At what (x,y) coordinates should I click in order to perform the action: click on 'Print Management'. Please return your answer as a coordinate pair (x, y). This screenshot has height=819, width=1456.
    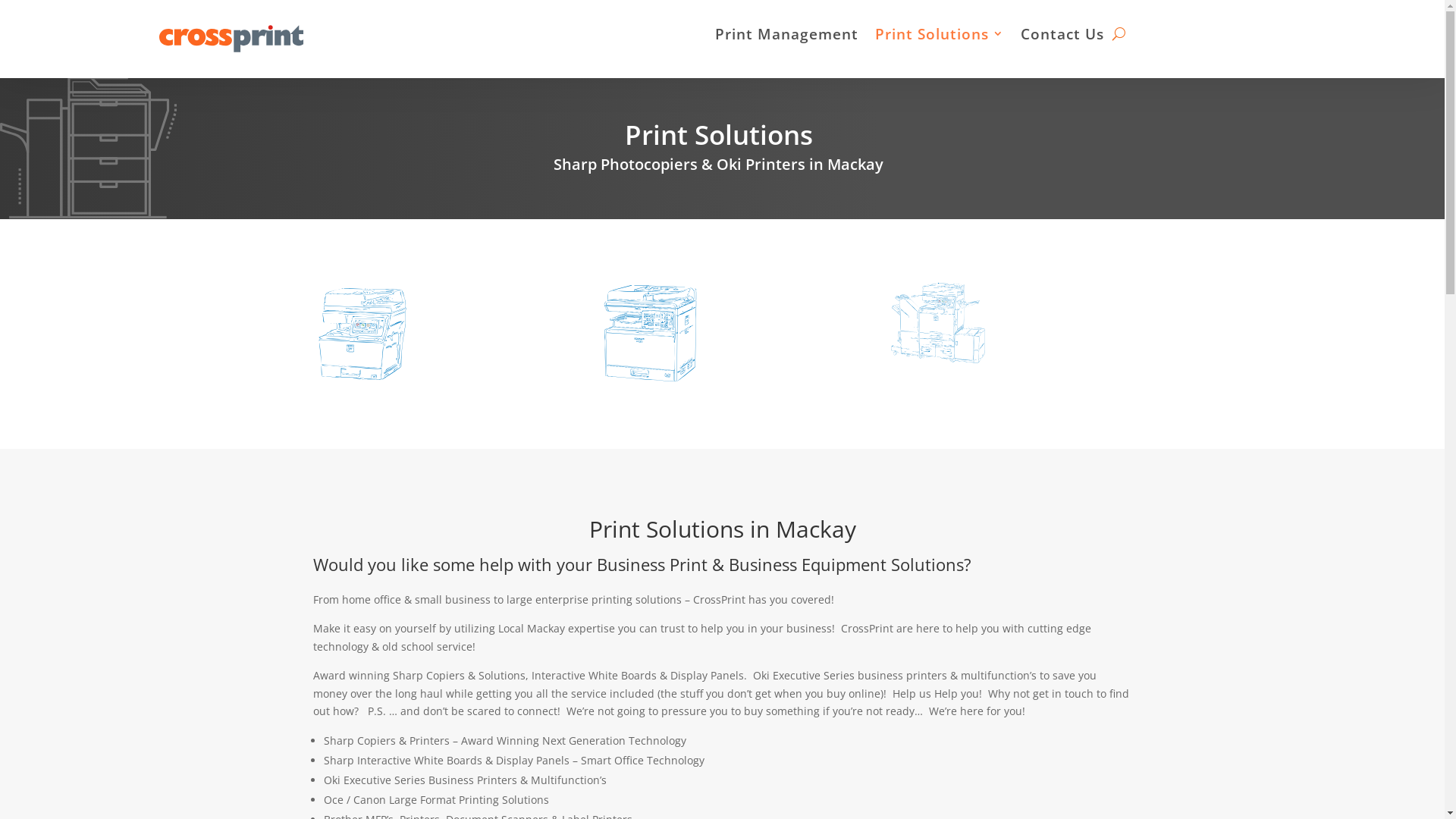
    Looking at the image, I should click on (714, 36).